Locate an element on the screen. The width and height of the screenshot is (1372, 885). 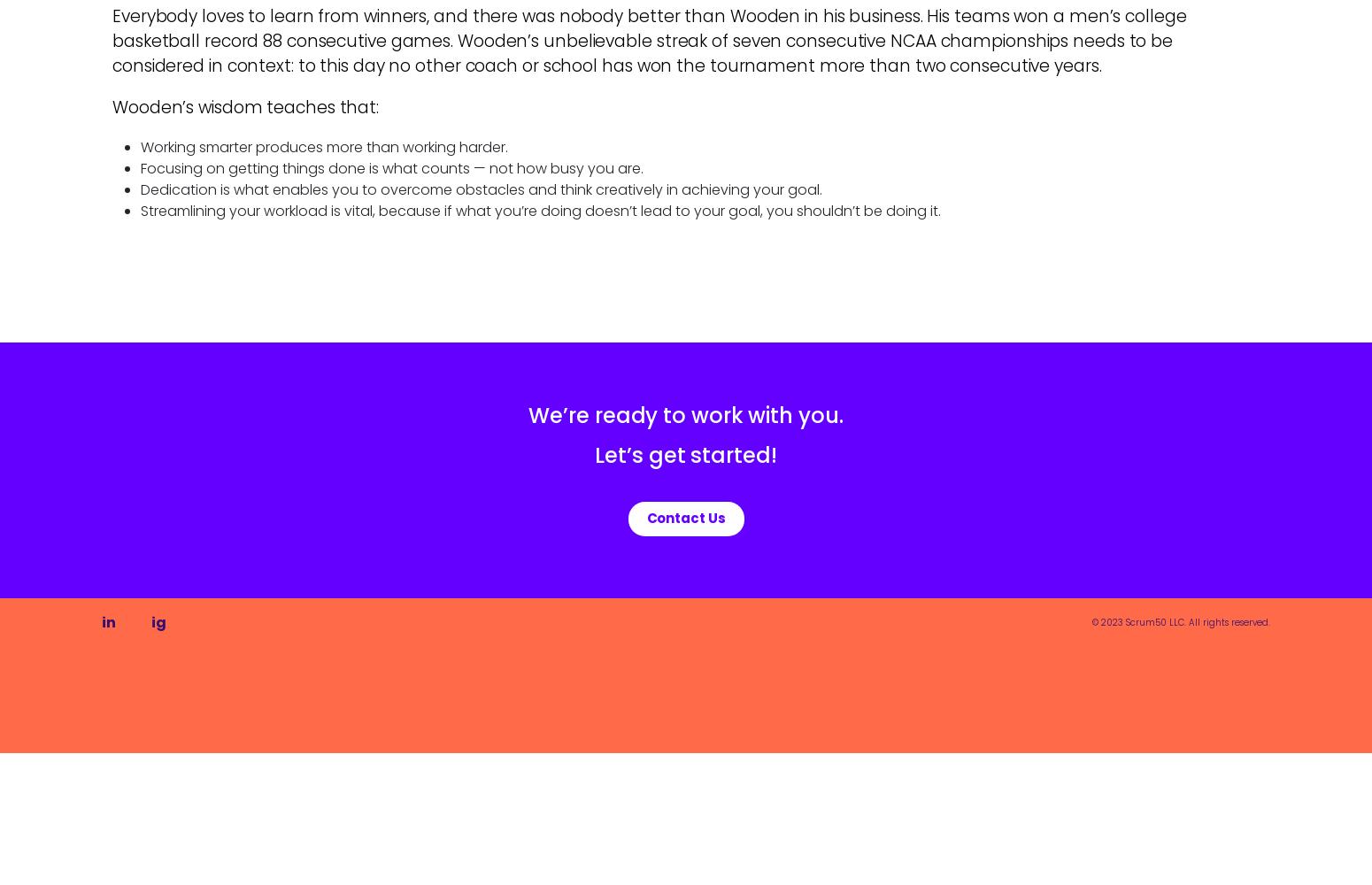
'ig' is located at coordinates (158, 620).